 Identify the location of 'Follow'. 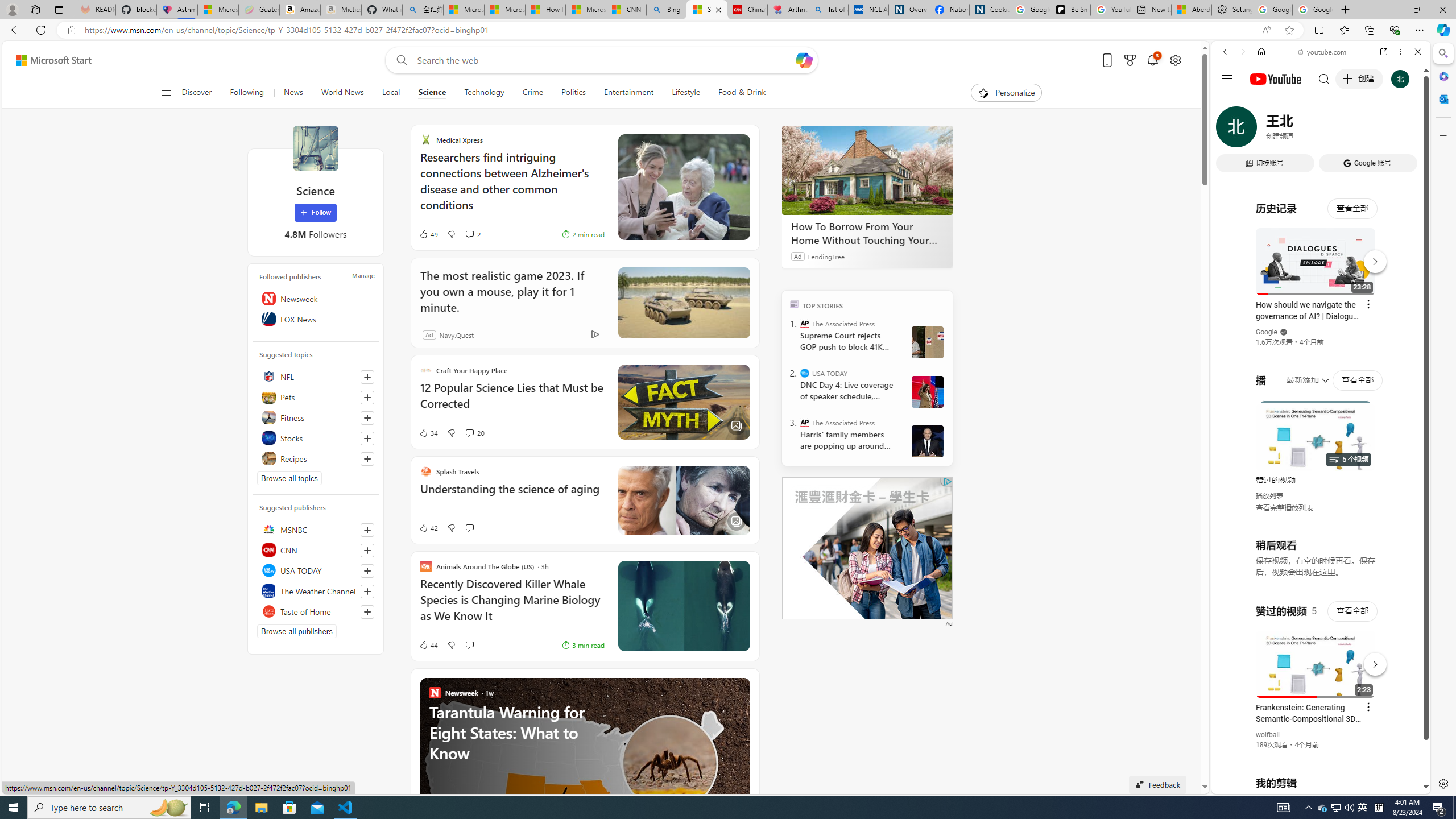
(315, 213).